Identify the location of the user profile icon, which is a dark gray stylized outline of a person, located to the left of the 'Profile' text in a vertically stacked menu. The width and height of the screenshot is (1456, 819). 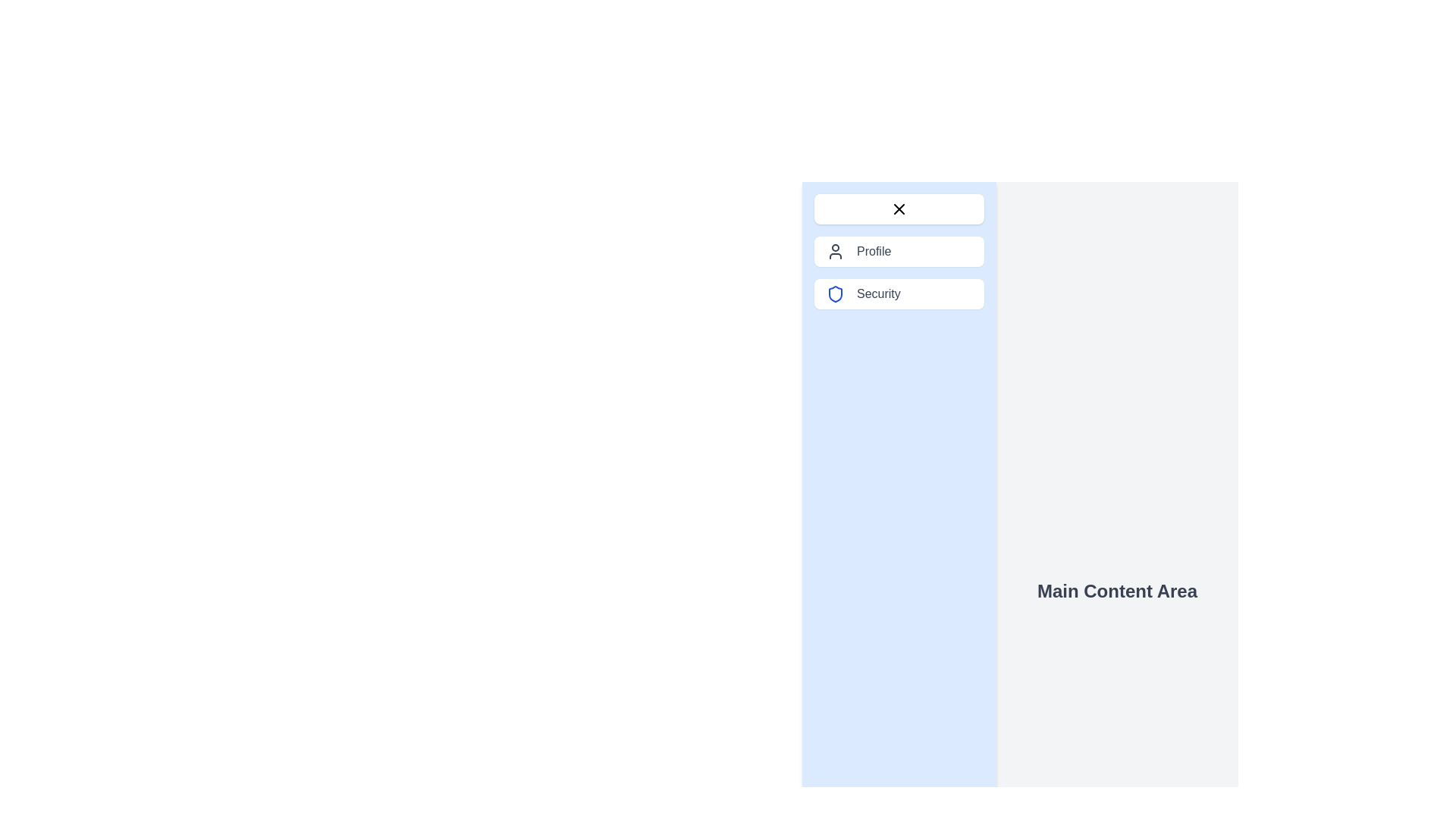
(835, 250).